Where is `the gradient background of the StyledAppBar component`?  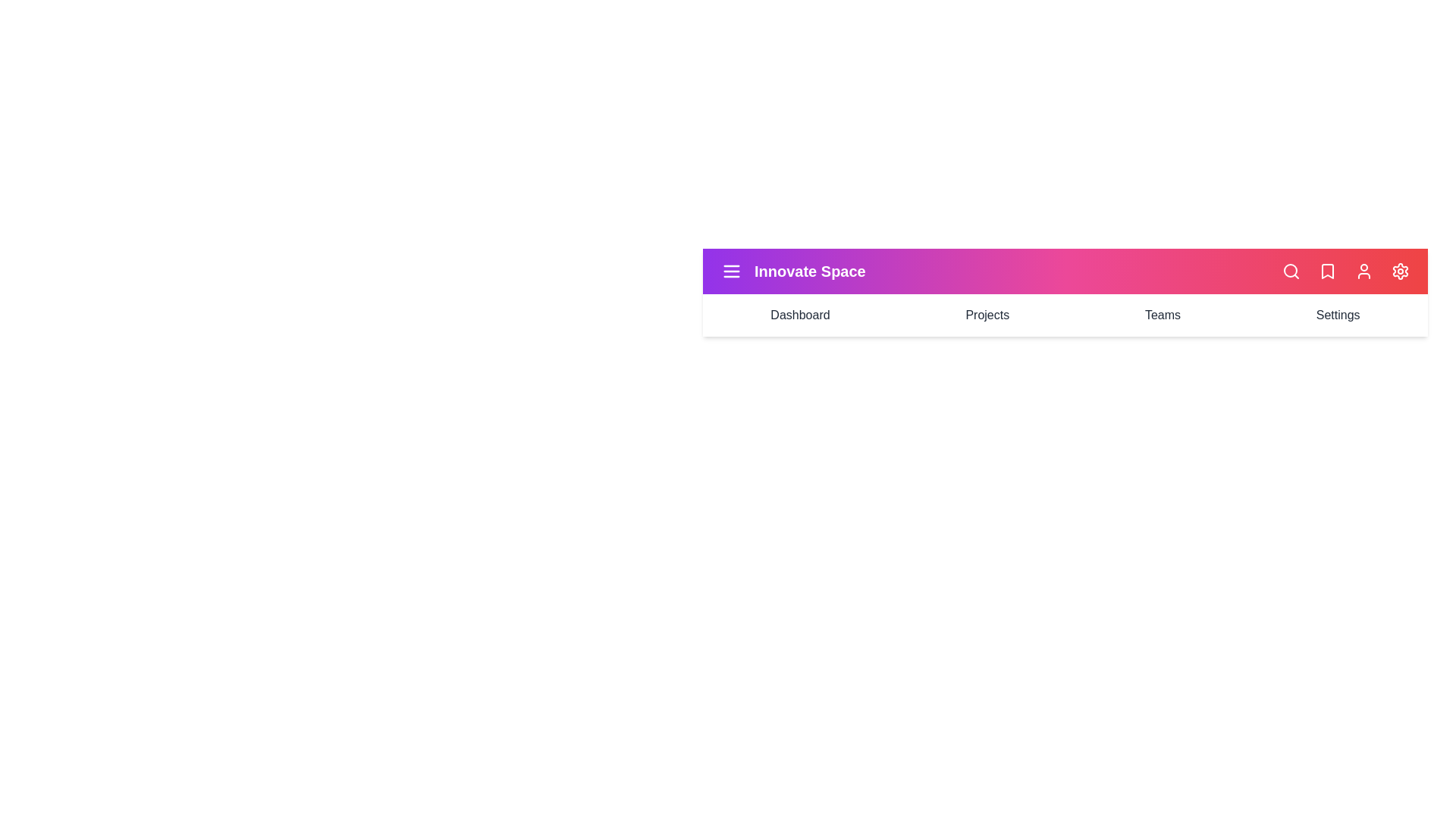 the gradient background of the StyledAppBar component is located at coordinates (1065, 292).